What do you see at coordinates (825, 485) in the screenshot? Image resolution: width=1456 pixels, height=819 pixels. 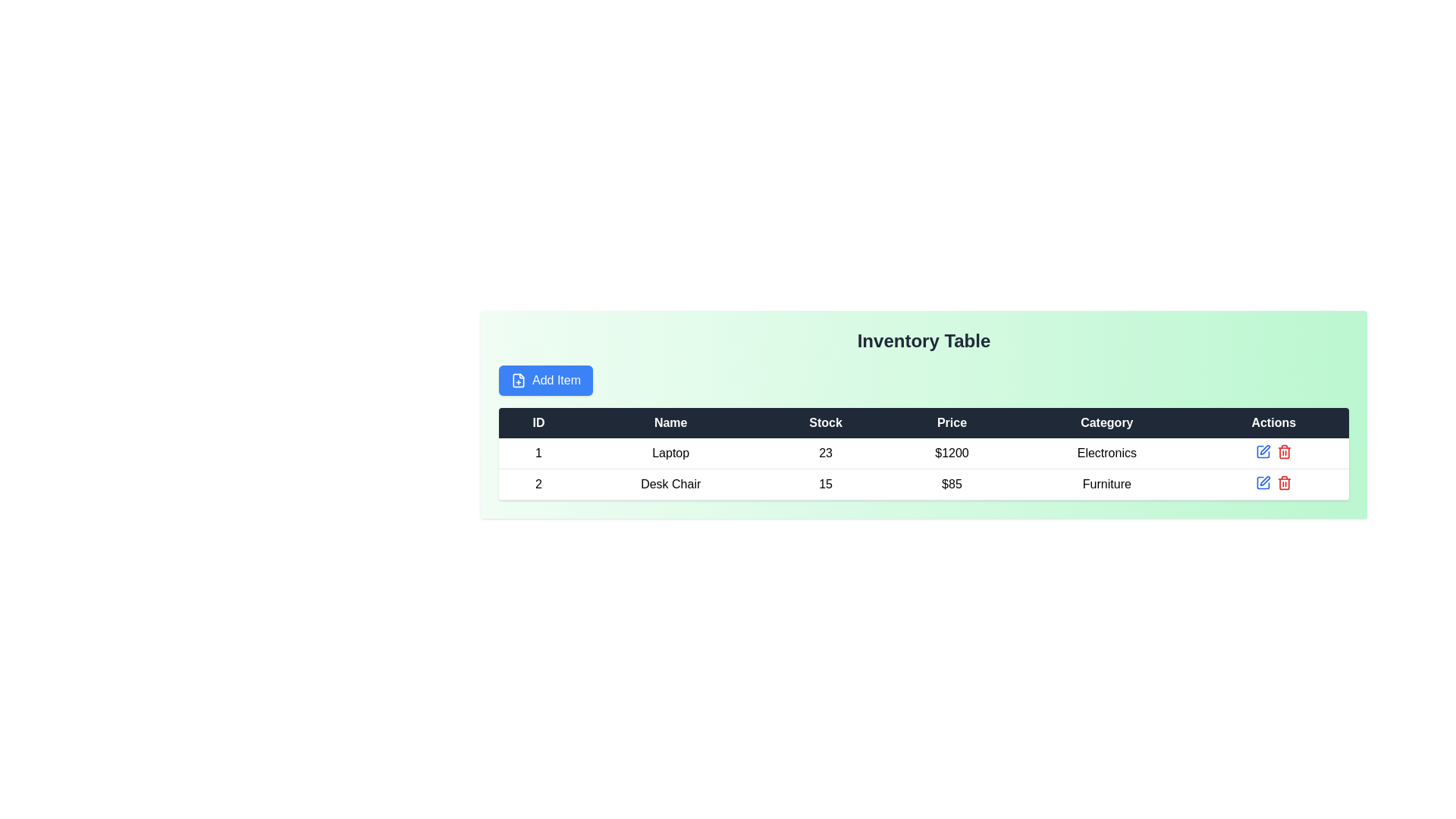 I see `number '15' displayed in the Data cell located in the second row under the 'Stock' column of the table` at bounding box center [825, 485].